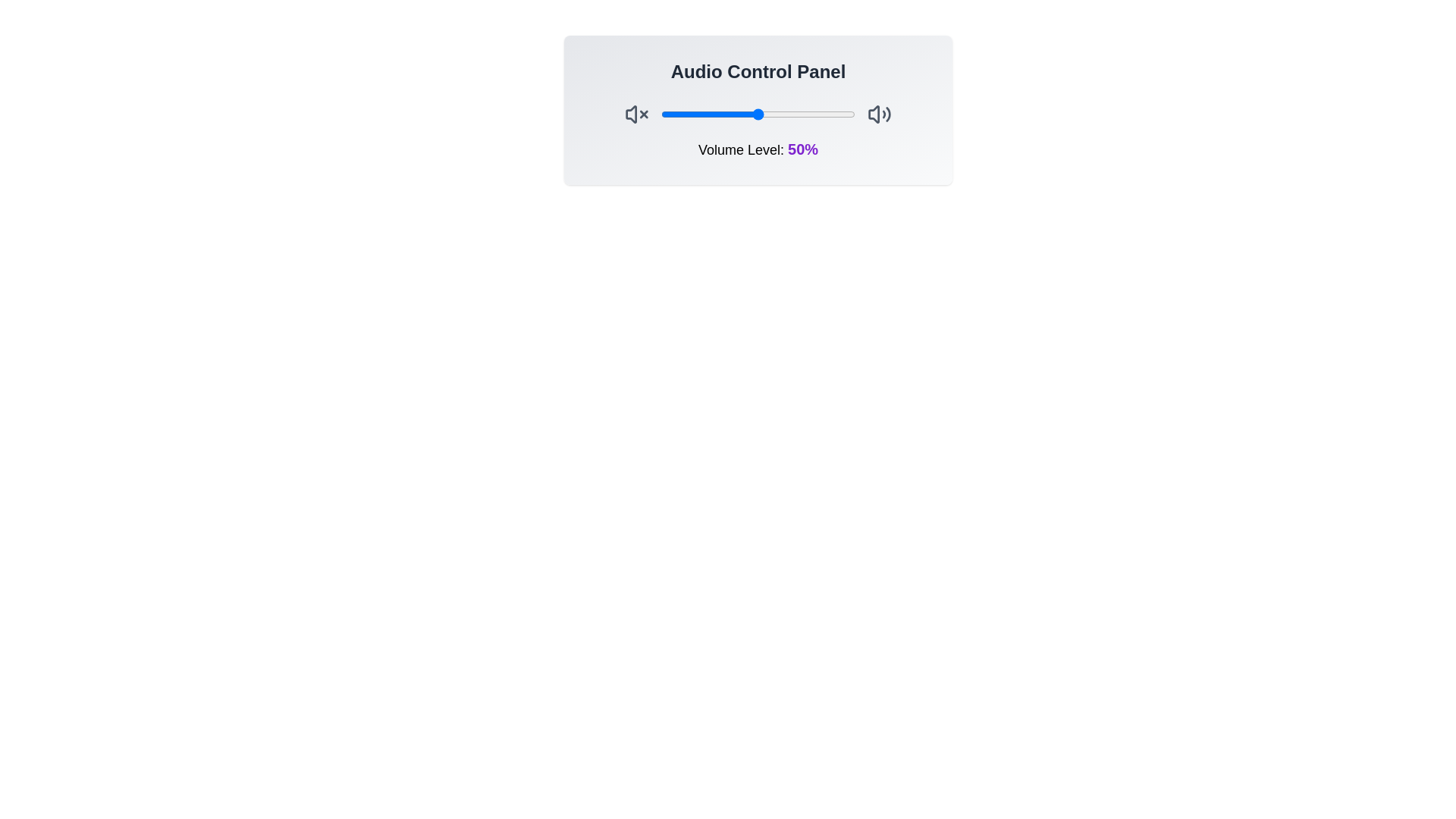 Image resolution: width=1456 pixels, height=819 pixels. What do you see at coordinates (758, 109) in the screenshot?
I see `the title of the audio control panel that allows users to adjust the volume level and provides visual feedback of the current volume status` at bounding box center [758, 109].